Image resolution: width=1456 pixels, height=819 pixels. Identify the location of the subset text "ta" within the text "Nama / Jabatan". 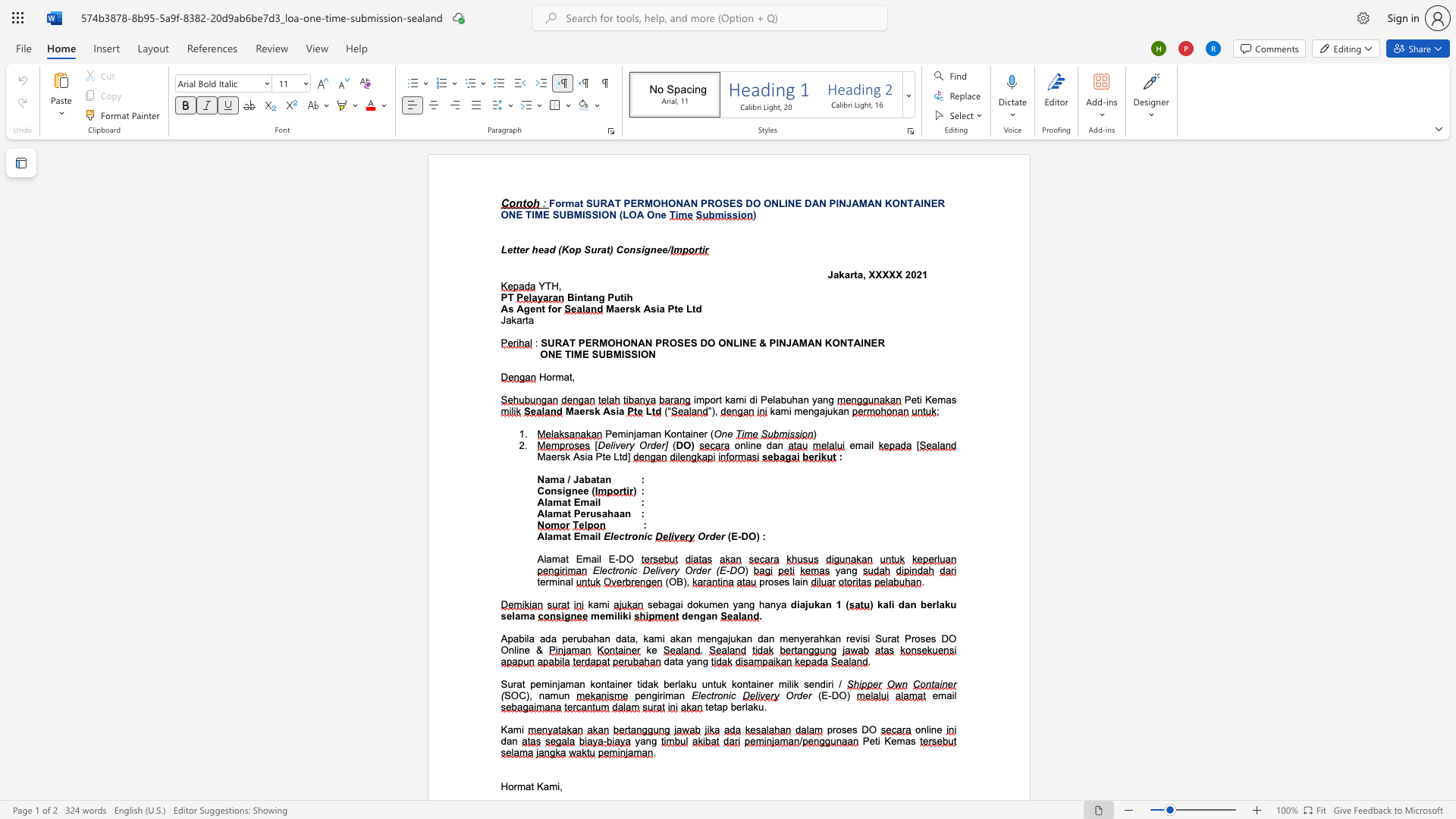
(595, 479).